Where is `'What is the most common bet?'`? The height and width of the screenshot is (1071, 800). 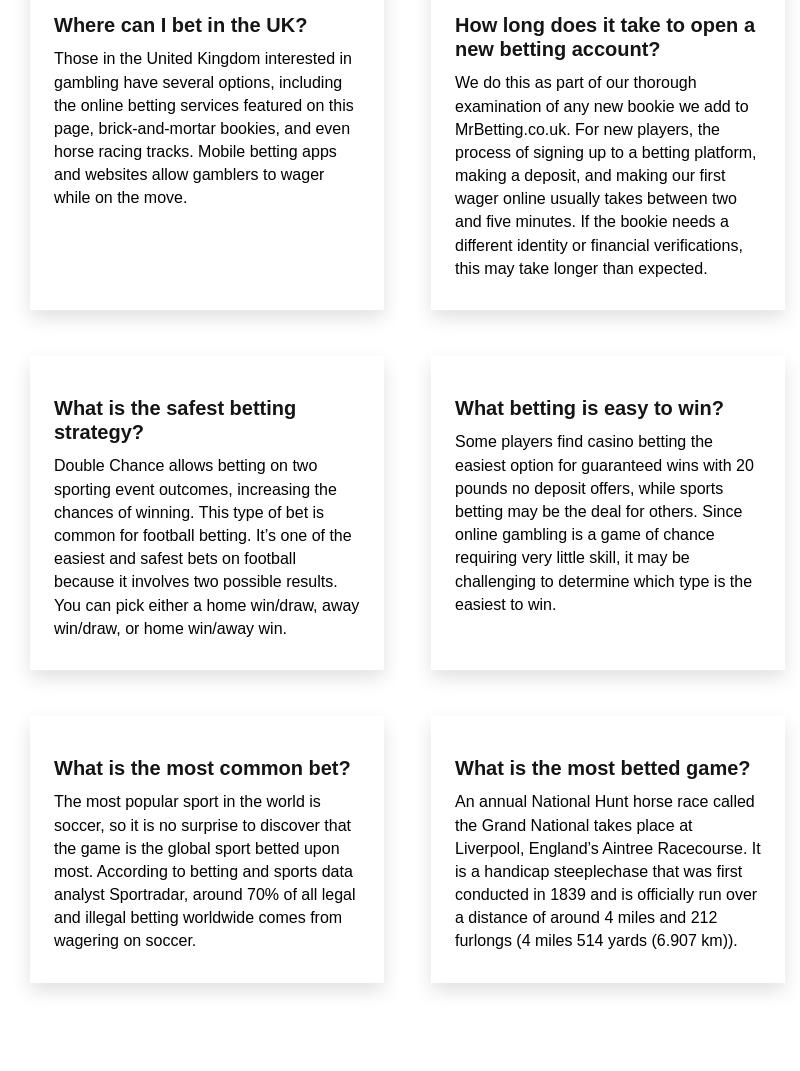 'What is the most common bet?' is located at coordinates (202, 767).